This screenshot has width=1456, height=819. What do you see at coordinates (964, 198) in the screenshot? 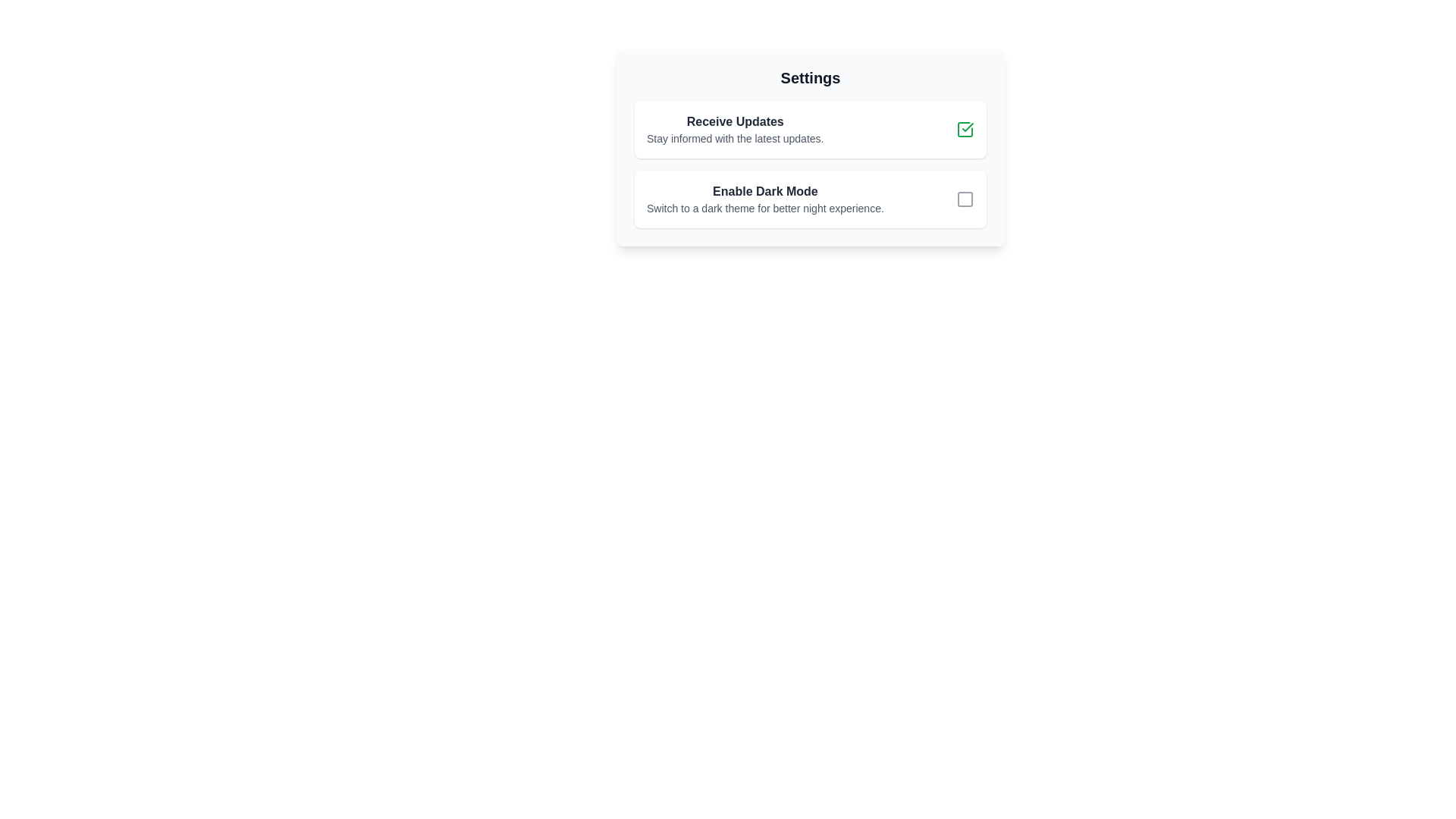
I see `the square icon with a light gray outline located to the right of the 'Enable Dark Mode' text` at bounding box center [964, 198].